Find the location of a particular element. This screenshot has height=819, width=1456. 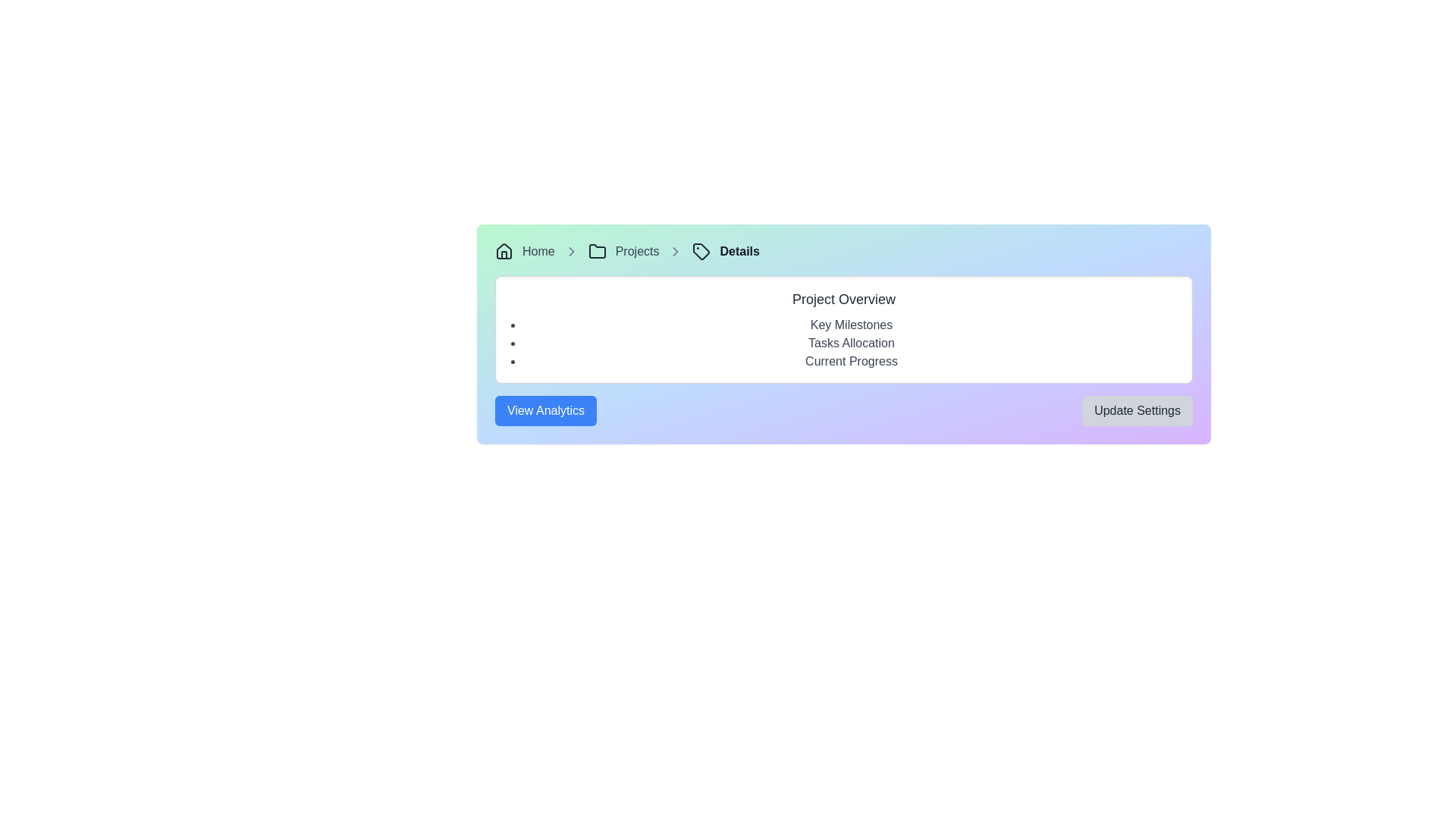

the third Text Label under the 'Project Overview' heading, which displays progress-related details is located at coordinates (852, 362).